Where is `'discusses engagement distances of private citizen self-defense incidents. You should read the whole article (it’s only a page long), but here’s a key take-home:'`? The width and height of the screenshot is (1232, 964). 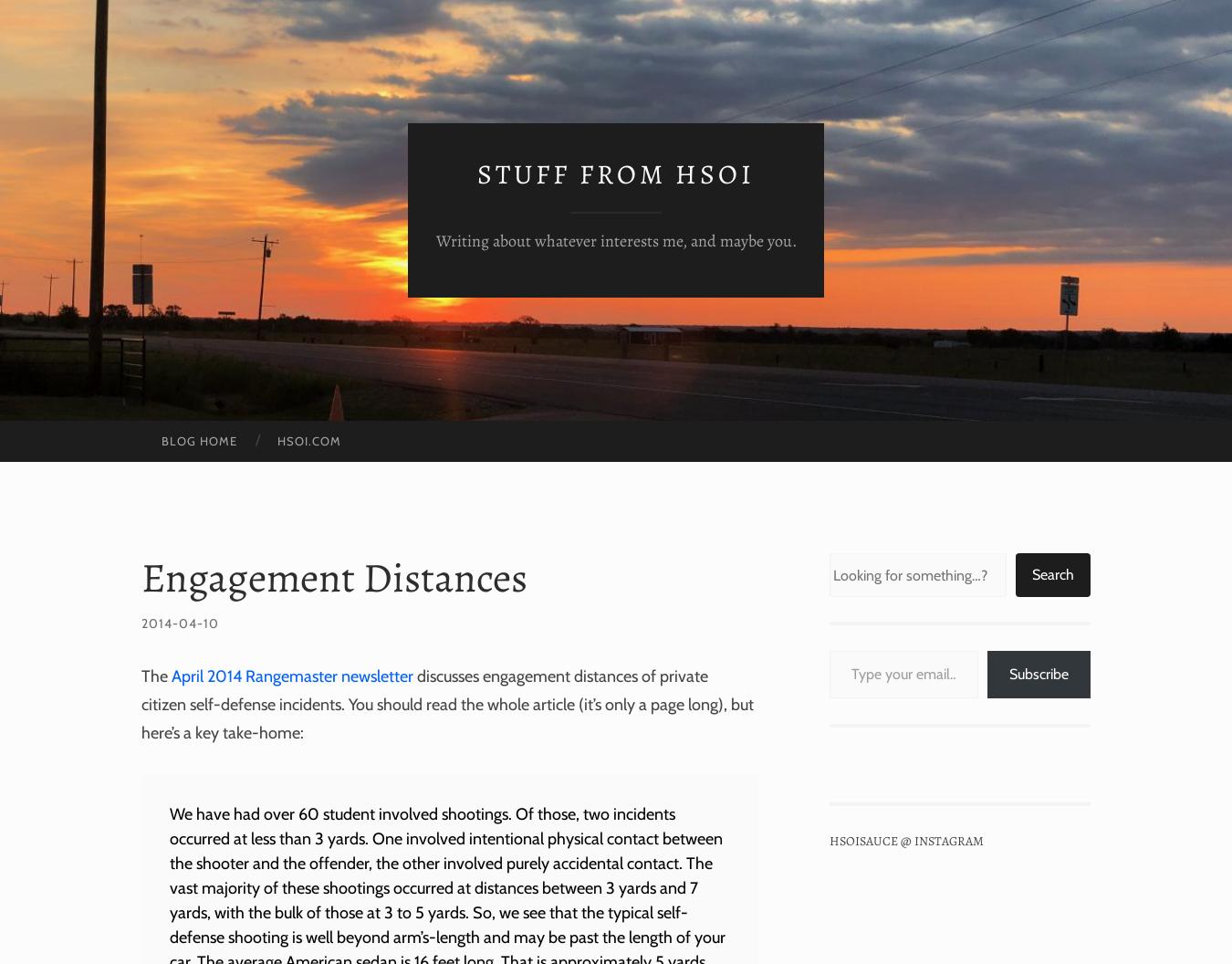 'discusses engagement distances of private citizen self-defense incidents. You should read the whole article (it’s only a page long), but here’s a key take-home:' is located at coordinates (446, 703).